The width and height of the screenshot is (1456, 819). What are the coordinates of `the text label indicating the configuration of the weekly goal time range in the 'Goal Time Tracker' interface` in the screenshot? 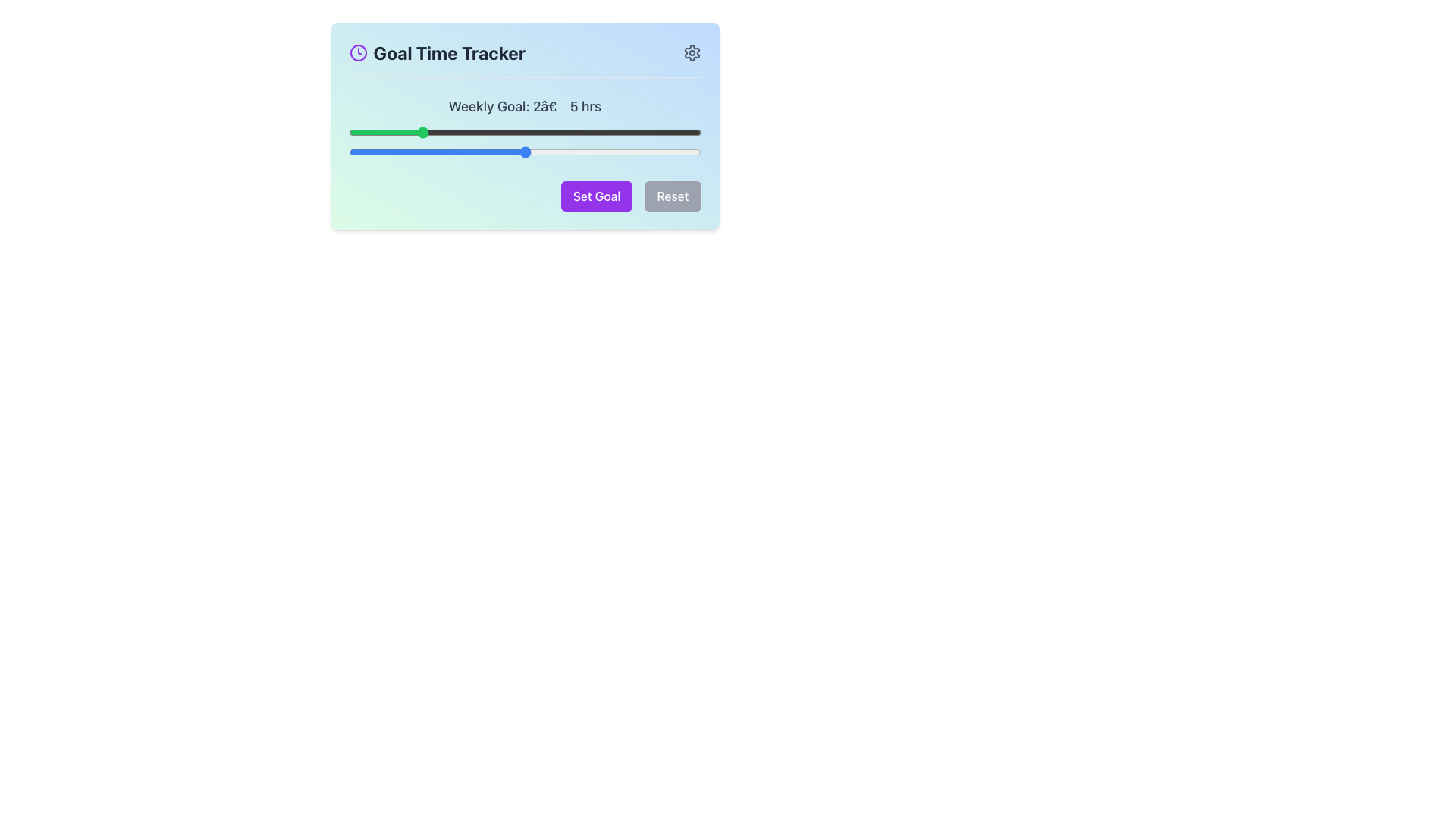 It's located at (525, 106).